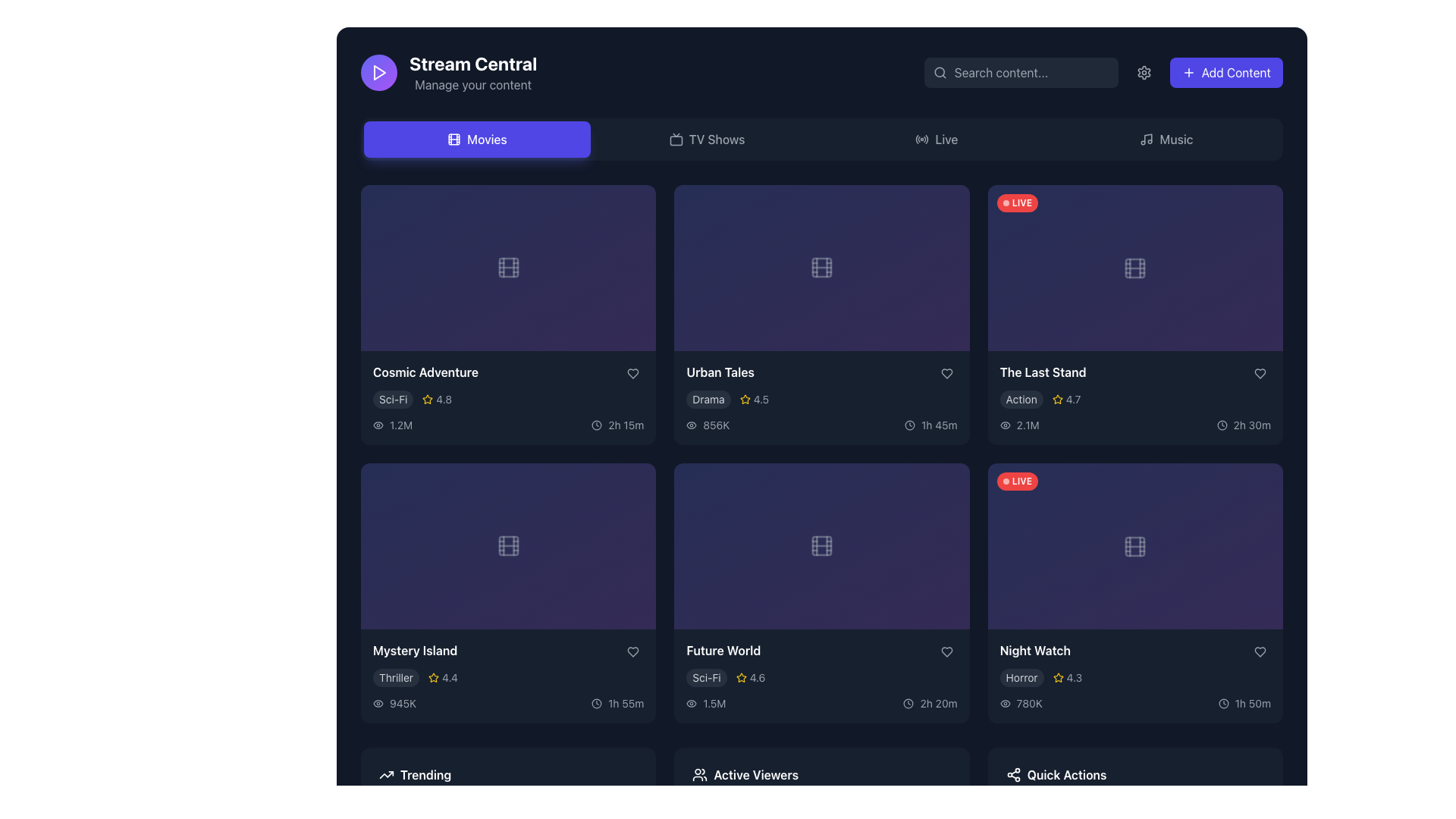  What do you see at coordinates (946, 651) in the screenshot?
I see `the heart-shaped icon located in the bottom-right corner of the 'Future World' movie card` at bounding box center [946, 651].